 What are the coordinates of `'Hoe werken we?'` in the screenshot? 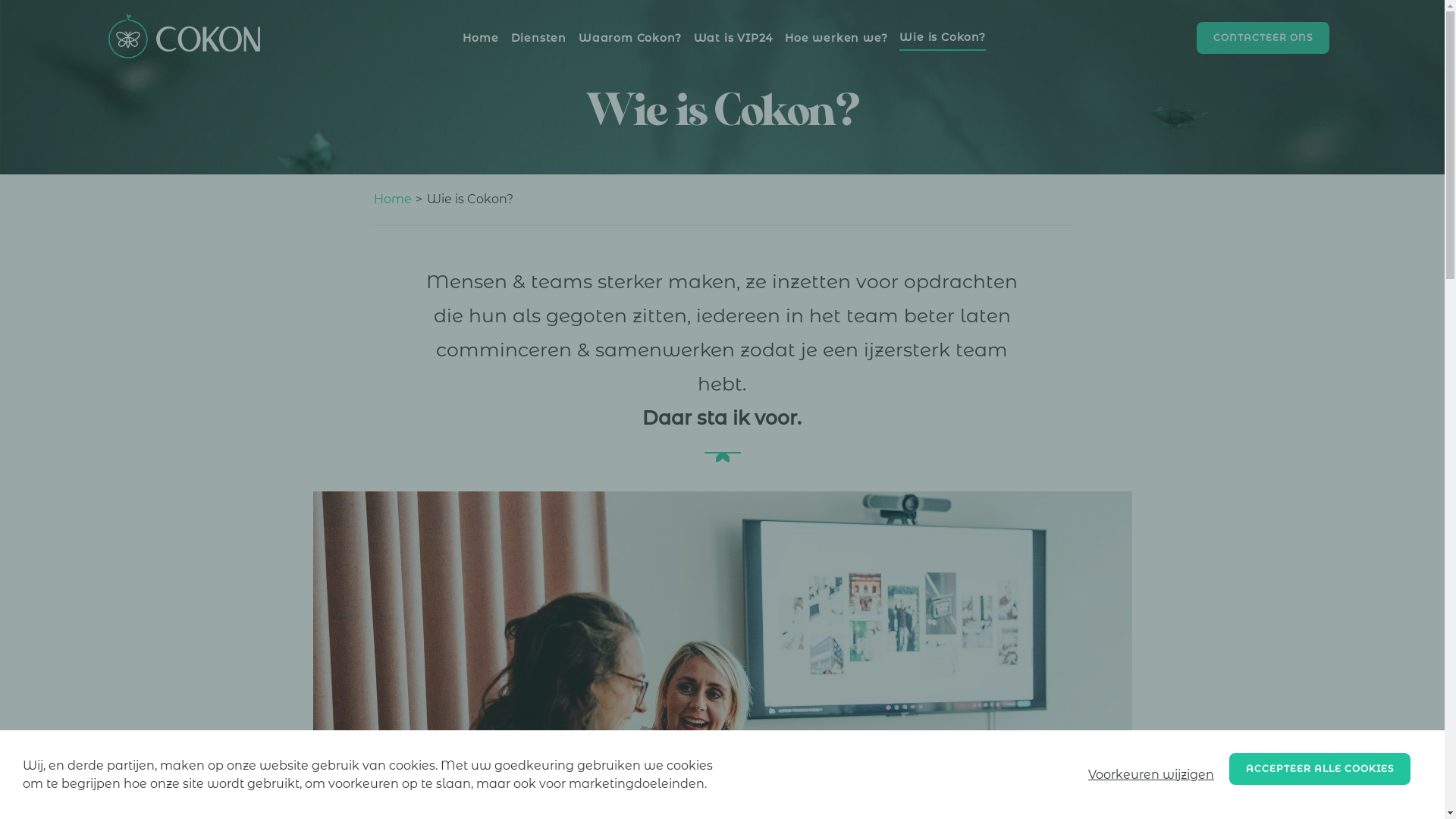 It's located at (835, 36).